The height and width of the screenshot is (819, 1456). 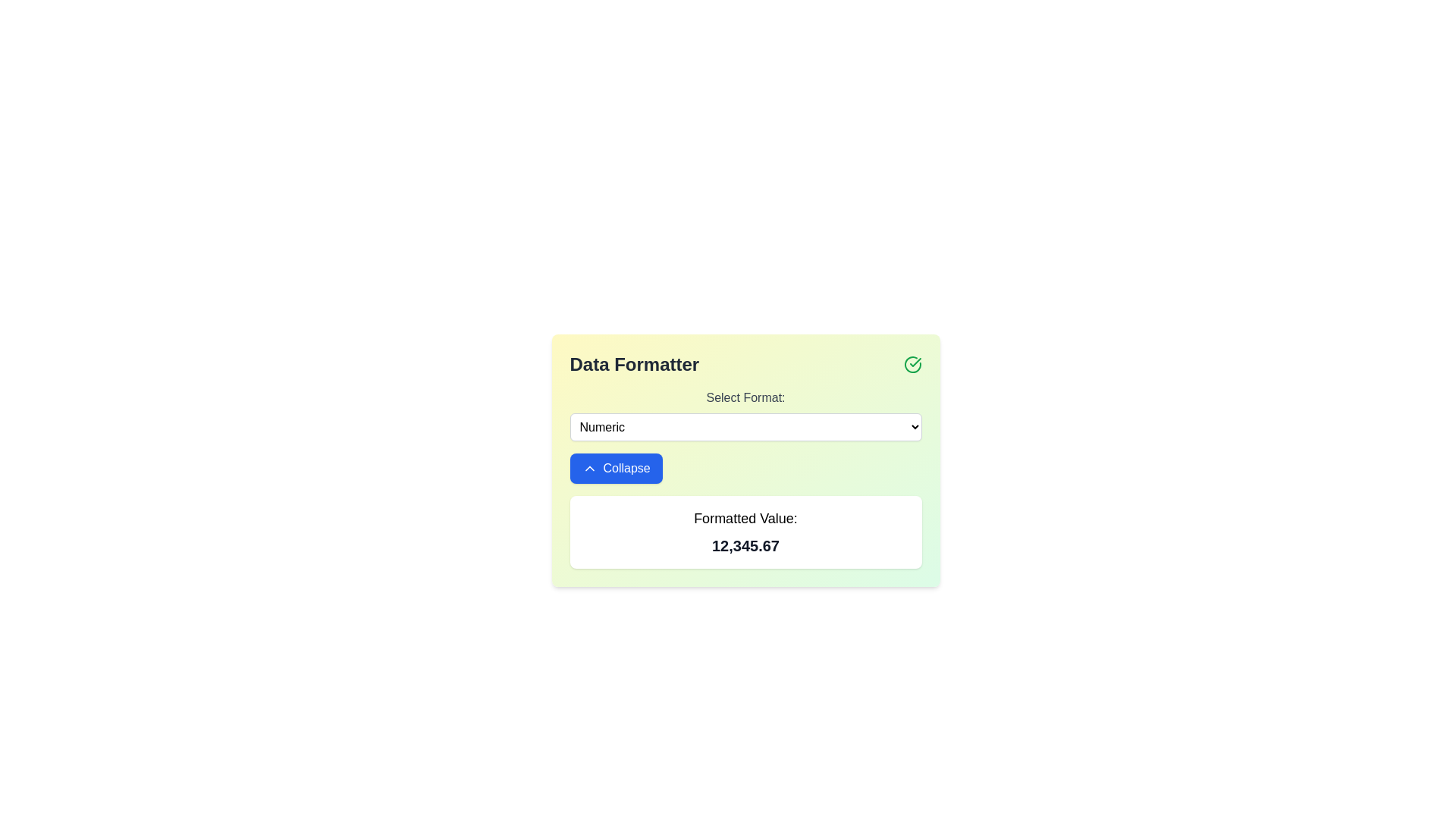 I want to click on the descriptive label for the dropdown menu in the 'Data Formatter' section, located directly above the 'Numeric' dropdown, so click(x=745, y=397).